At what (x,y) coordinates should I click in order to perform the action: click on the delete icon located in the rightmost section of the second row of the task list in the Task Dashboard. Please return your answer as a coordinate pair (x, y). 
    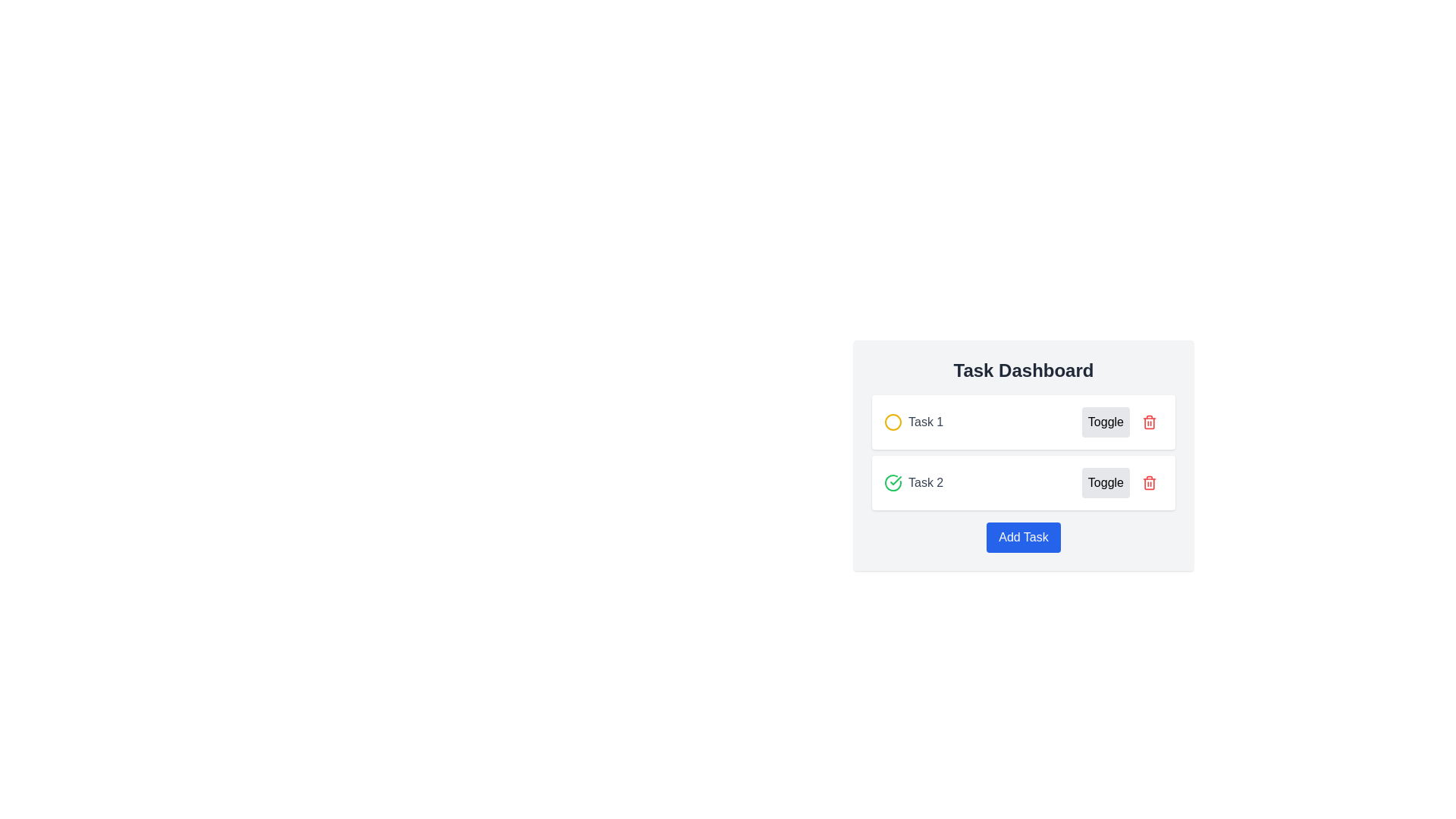
    Looking at the image, I should click on (1150, 482).